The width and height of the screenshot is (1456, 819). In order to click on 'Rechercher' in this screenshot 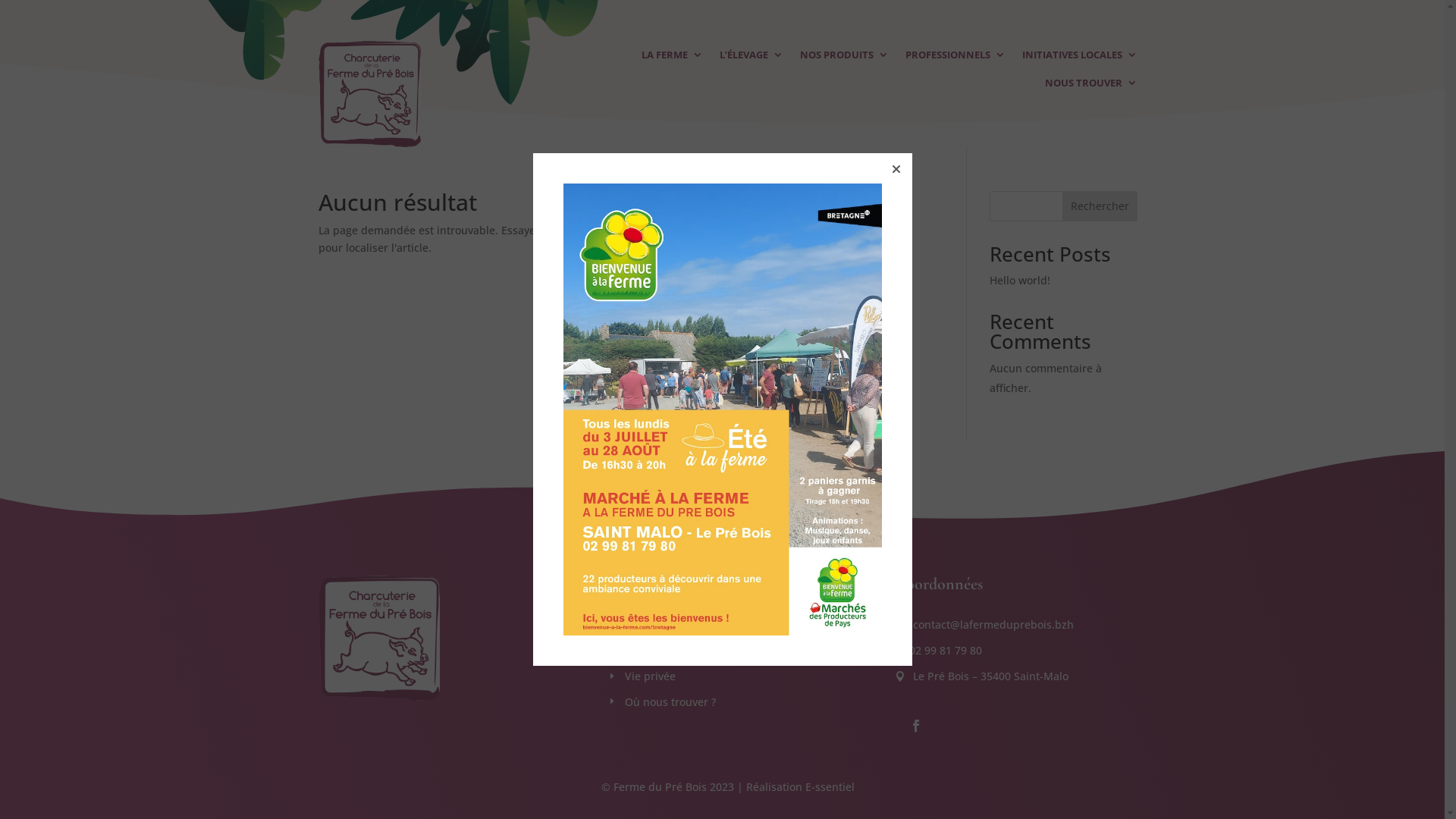, I will do `click(1100, 206)`.